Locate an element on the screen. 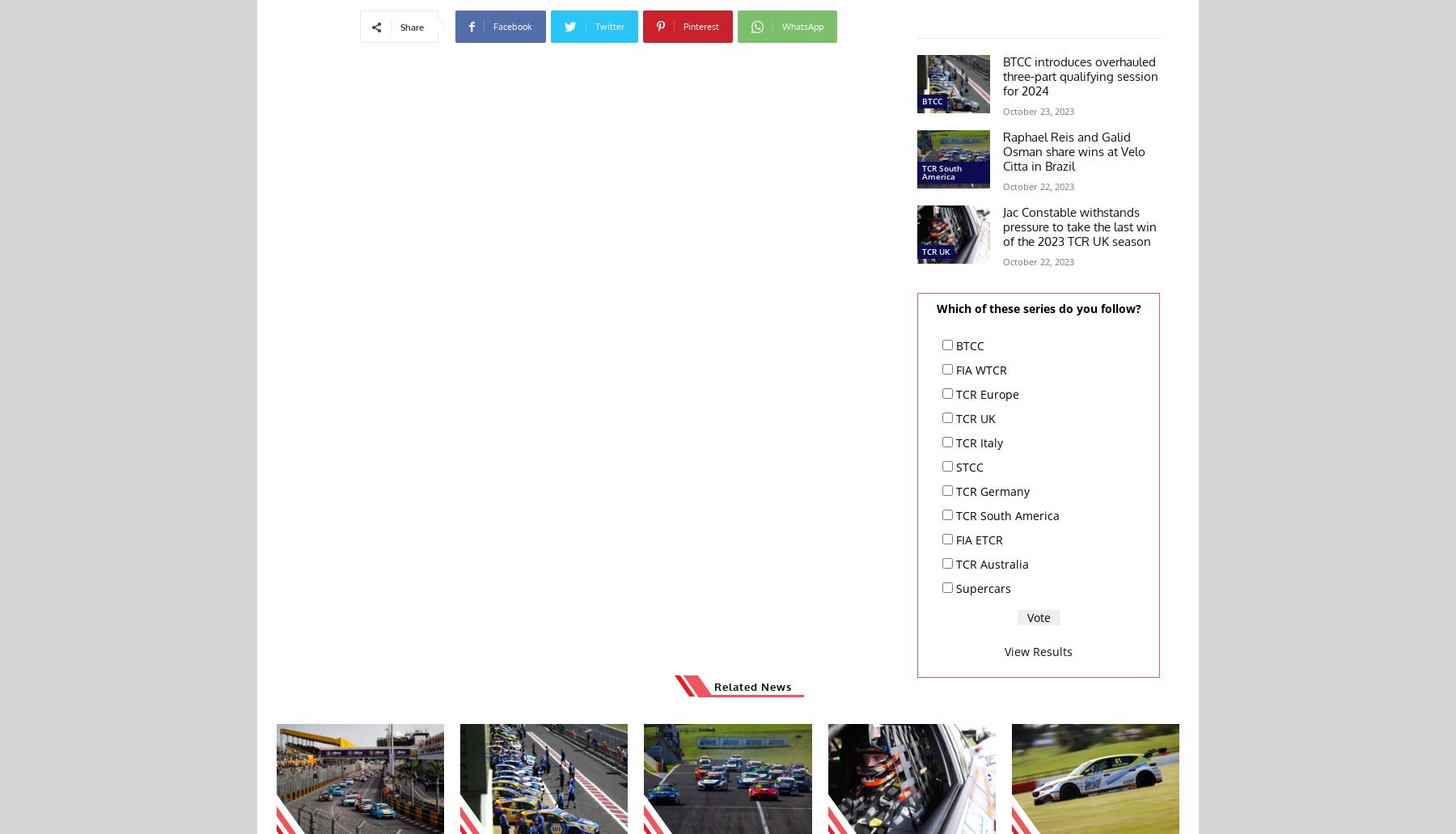 Image resolution: width=1456 pixels, height=834 pixels. 'TCR Germany' is located at coordinates (992, 489).